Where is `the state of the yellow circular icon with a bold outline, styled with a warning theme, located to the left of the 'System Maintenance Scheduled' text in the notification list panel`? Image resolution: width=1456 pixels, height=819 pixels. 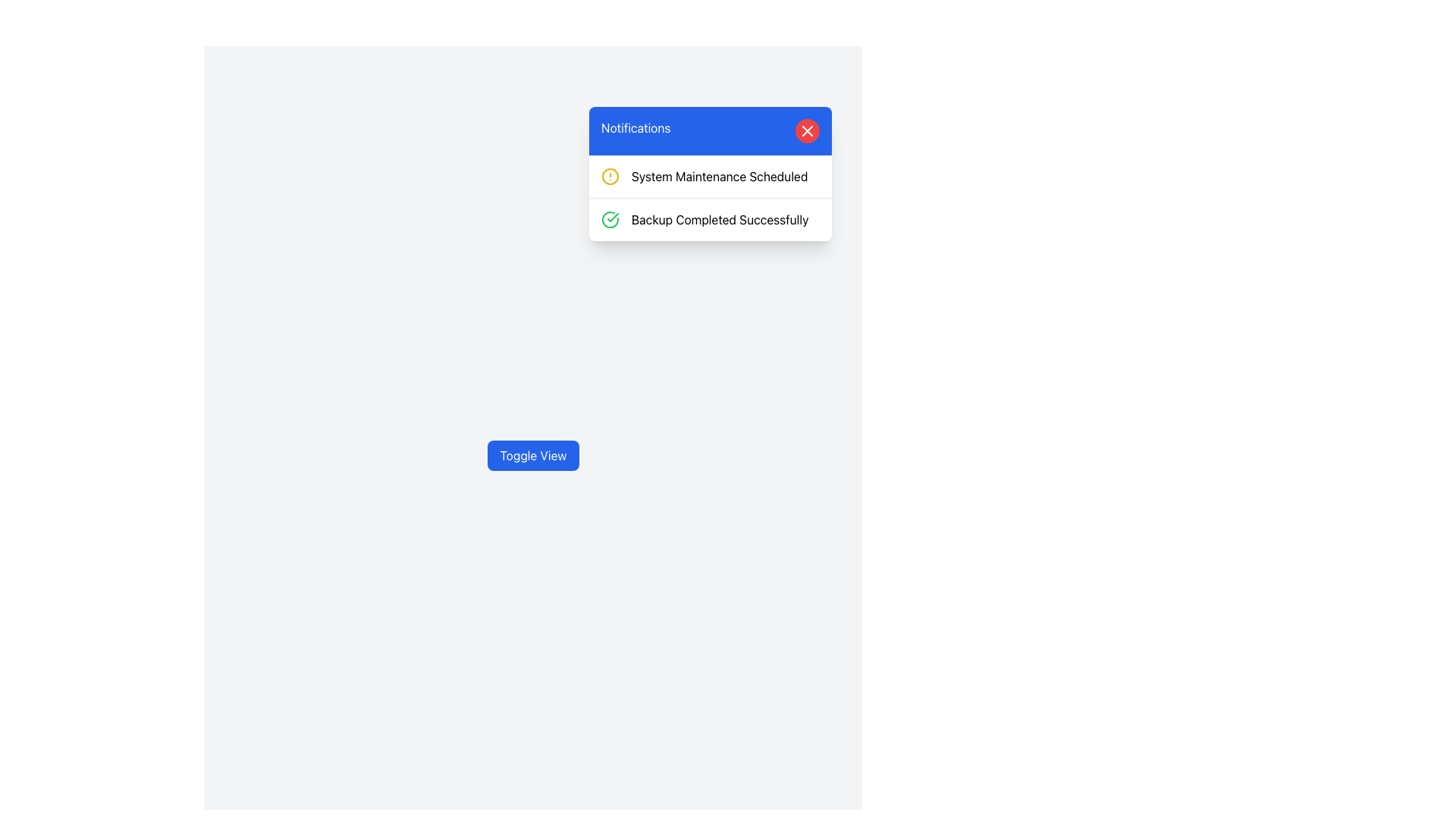 the state of the yellow circular icon with a bold outline, styled with a warning theme, located to the left of the 'System Maintenance Scheduled' text in the notification list panel is located at coordinates (610, 175).